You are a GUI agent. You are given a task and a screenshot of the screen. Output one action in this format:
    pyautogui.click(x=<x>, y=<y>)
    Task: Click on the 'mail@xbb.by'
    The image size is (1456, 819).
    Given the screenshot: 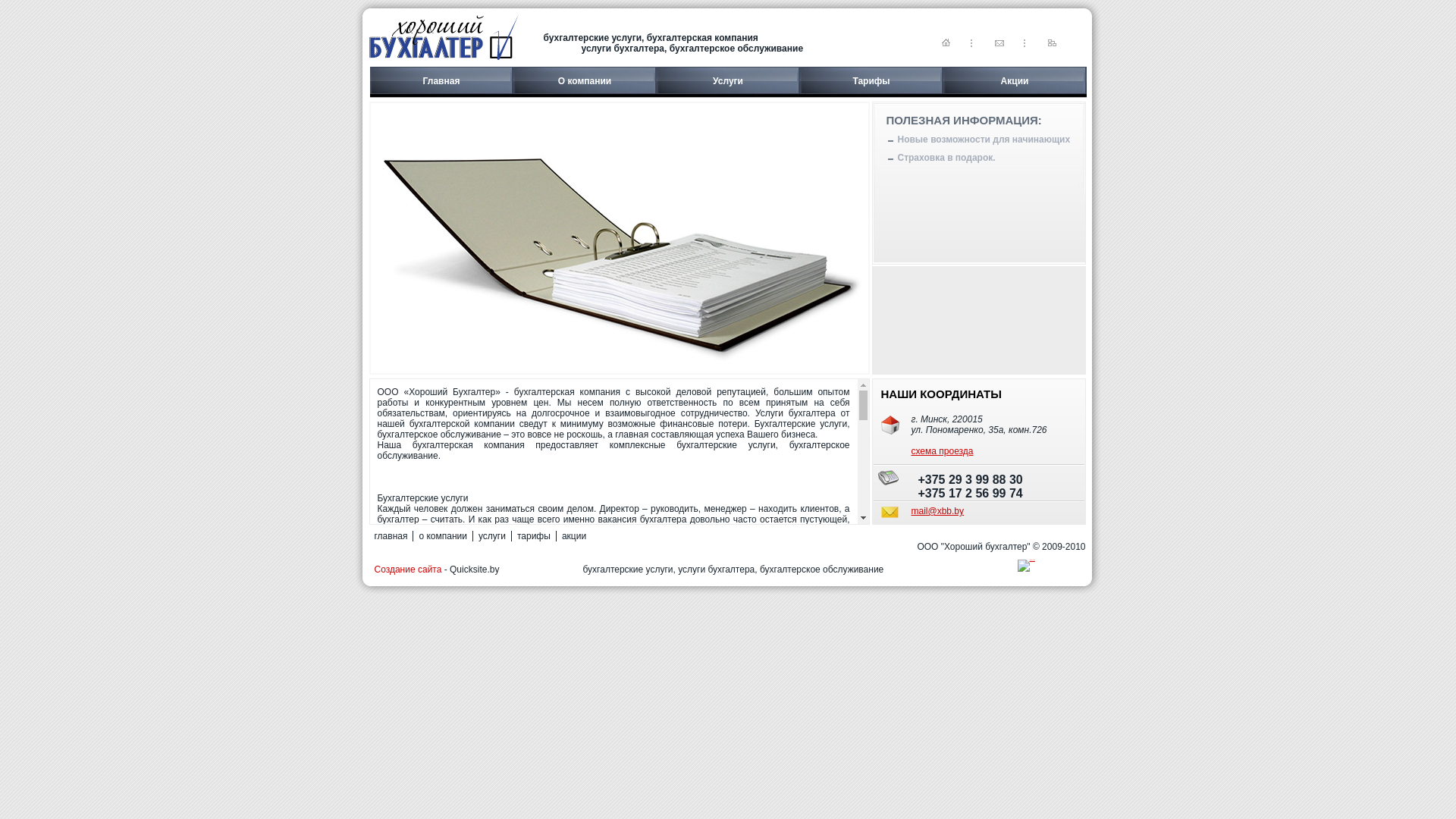 What is the action you would take?
    pyautogui.click(x=910, y=511)
    